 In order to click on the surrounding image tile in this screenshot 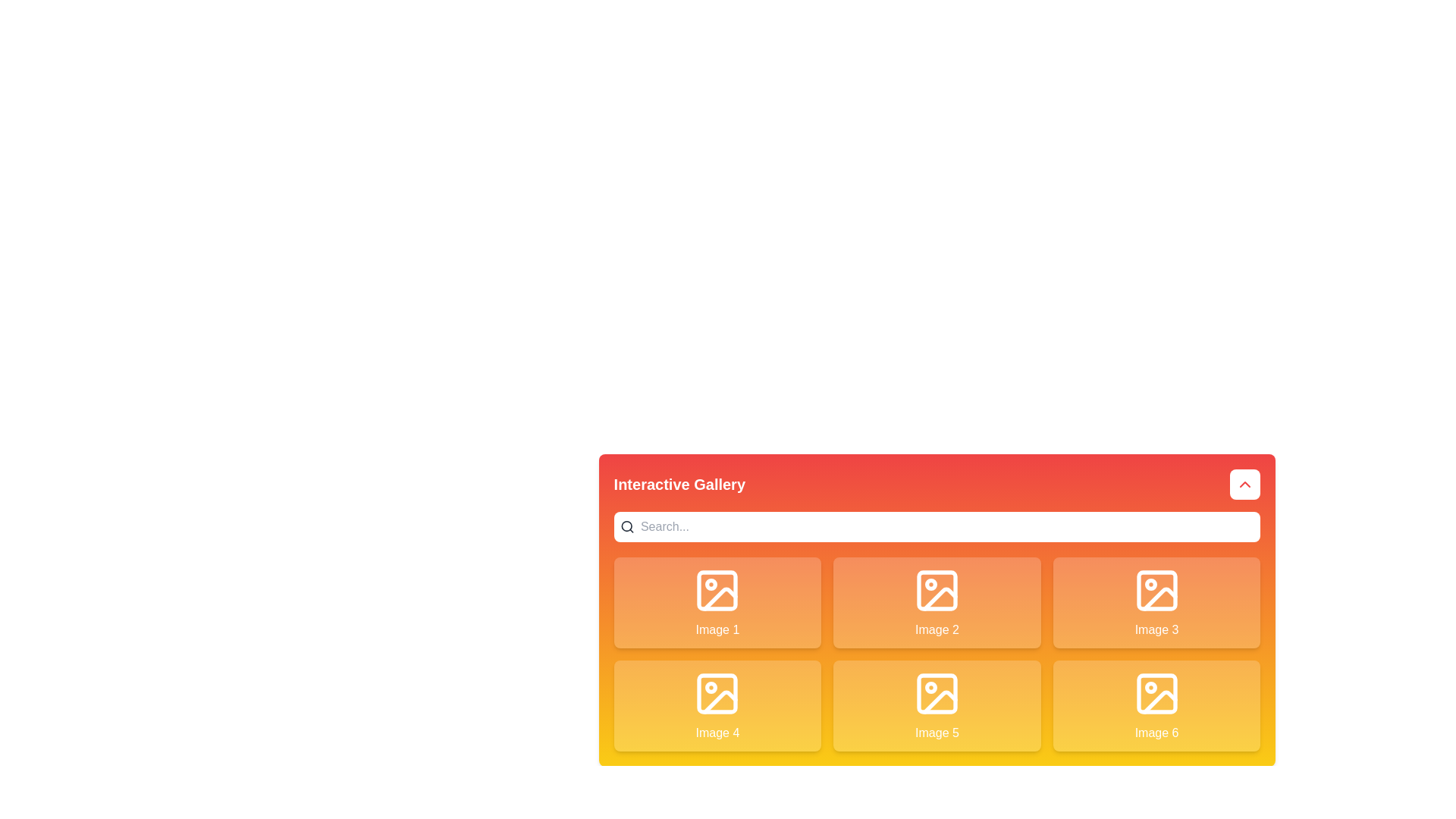, I will do `click(1156, 693)`.